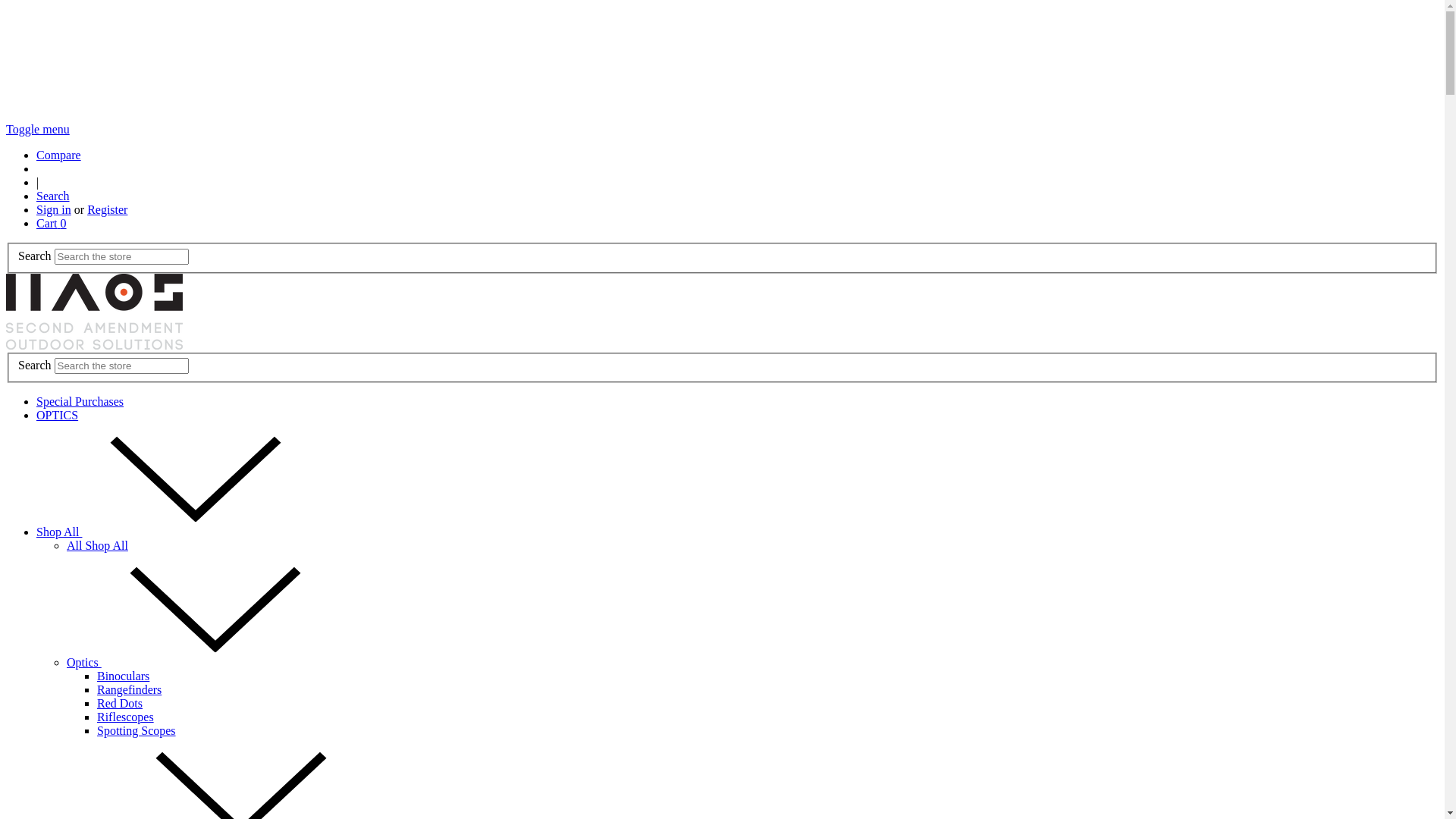  I want to click on 'Spotting Scopes', so click(96, 730).